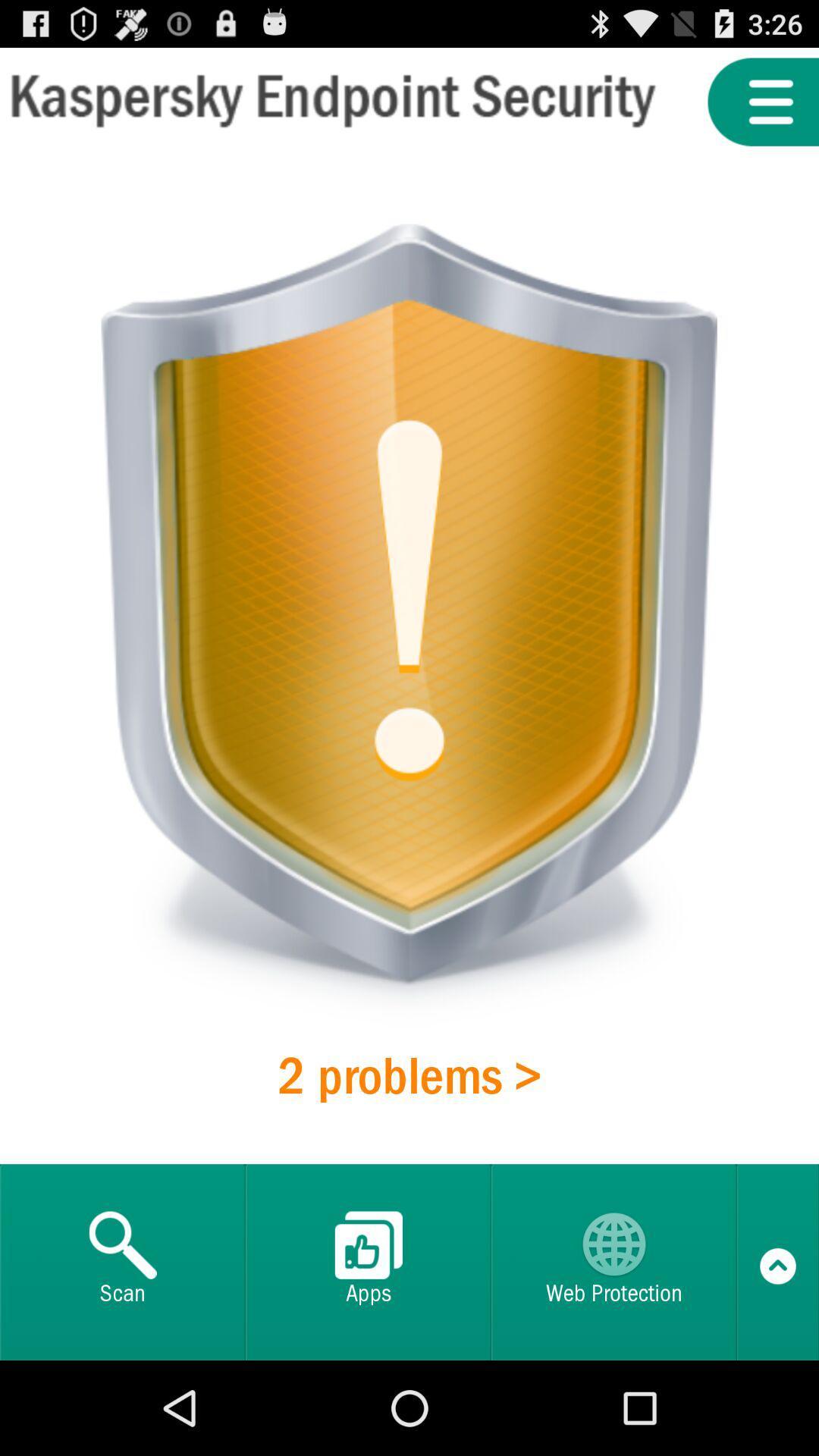 The width and height of the screenshot is (819, 1456). I want to click on the menu icon, so click(763, 108).